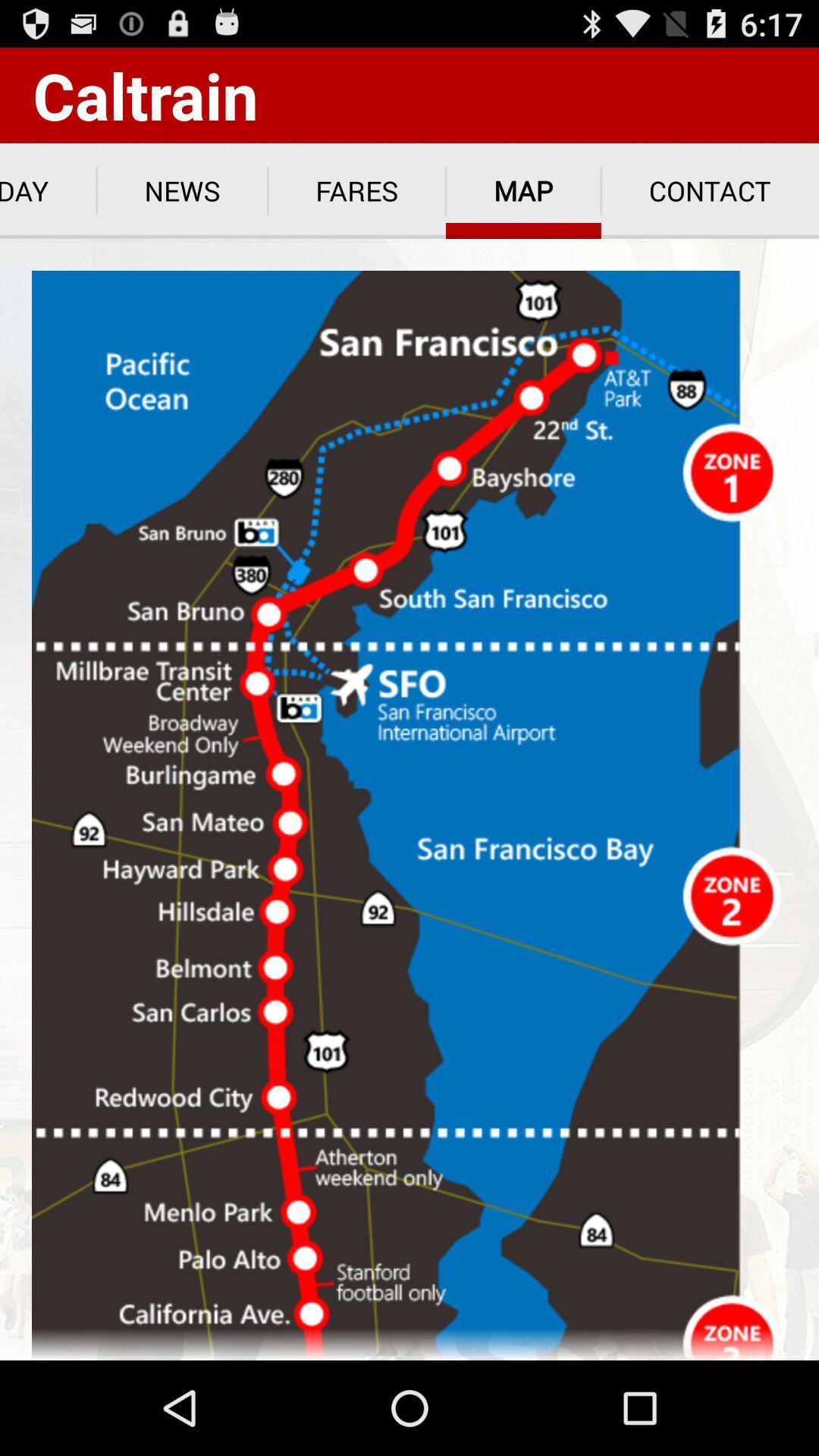  I want to click on app below caltrain, so click(47, 190).